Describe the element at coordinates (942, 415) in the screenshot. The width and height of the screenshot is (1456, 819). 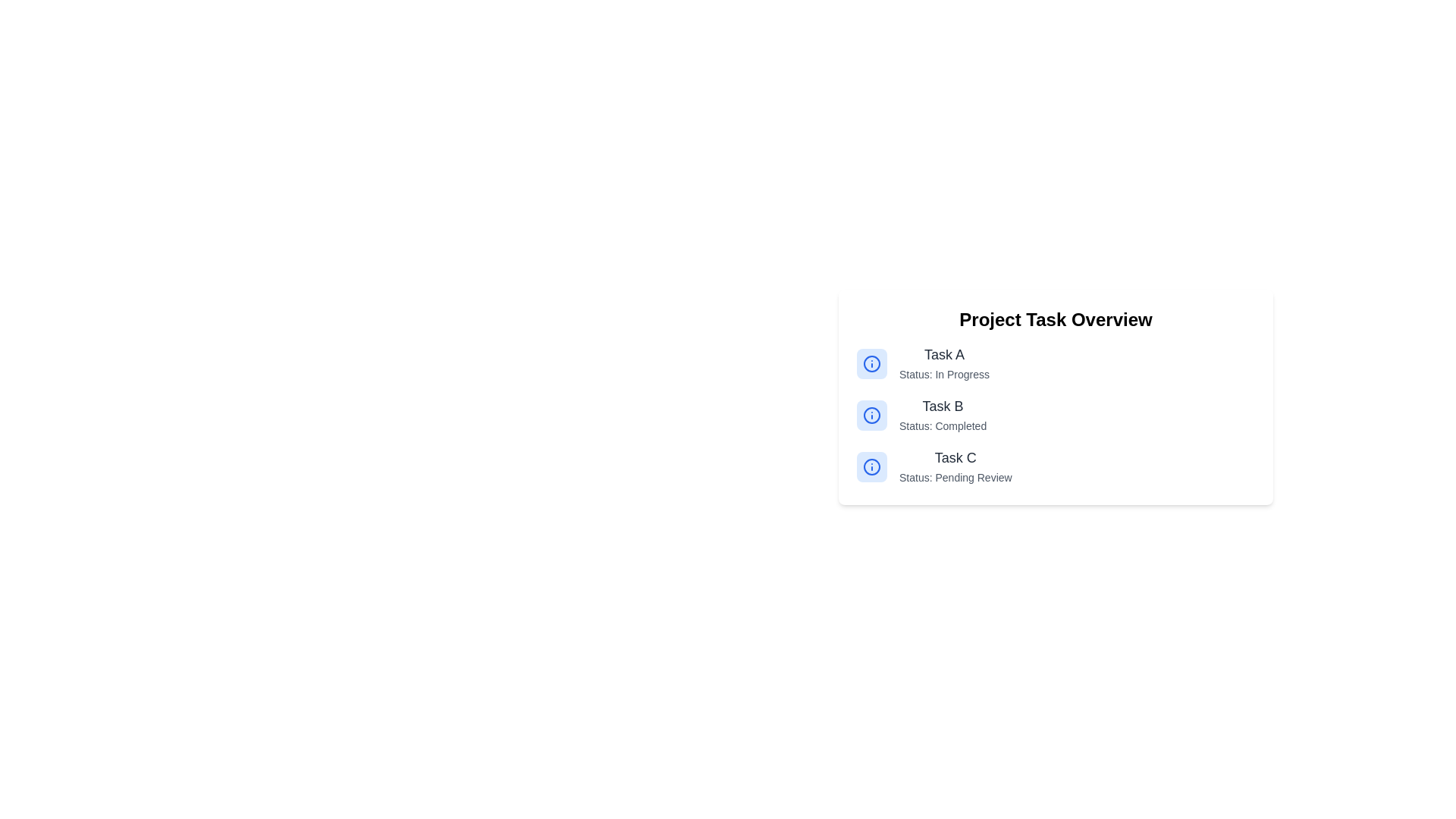
I see `task name 'Task B' which is styled hierarchically and is located between 'Task A' and 'Task C'` at that location.